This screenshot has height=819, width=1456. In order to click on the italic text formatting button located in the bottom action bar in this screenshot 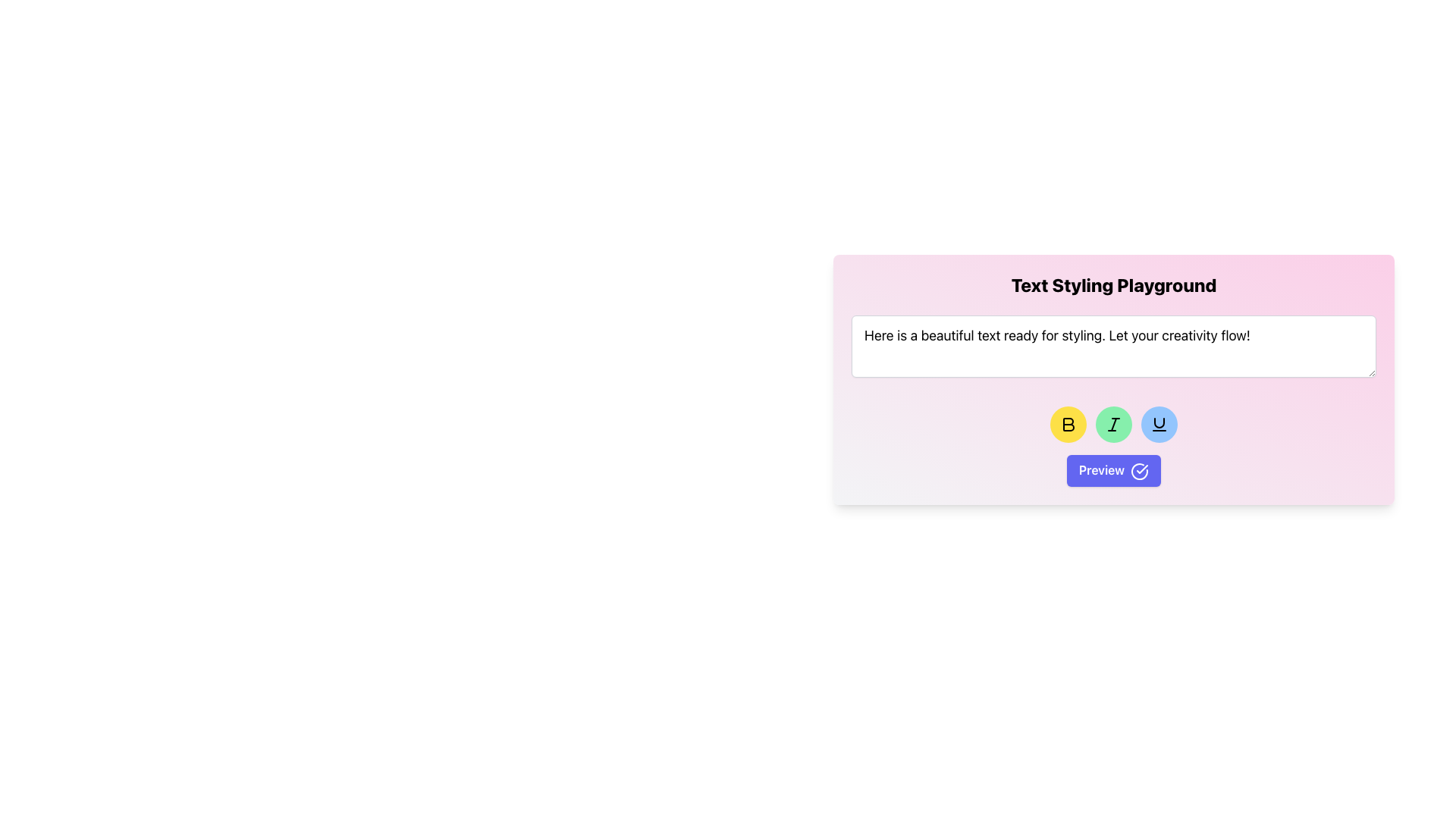, I will do `click(1113, 424)`.